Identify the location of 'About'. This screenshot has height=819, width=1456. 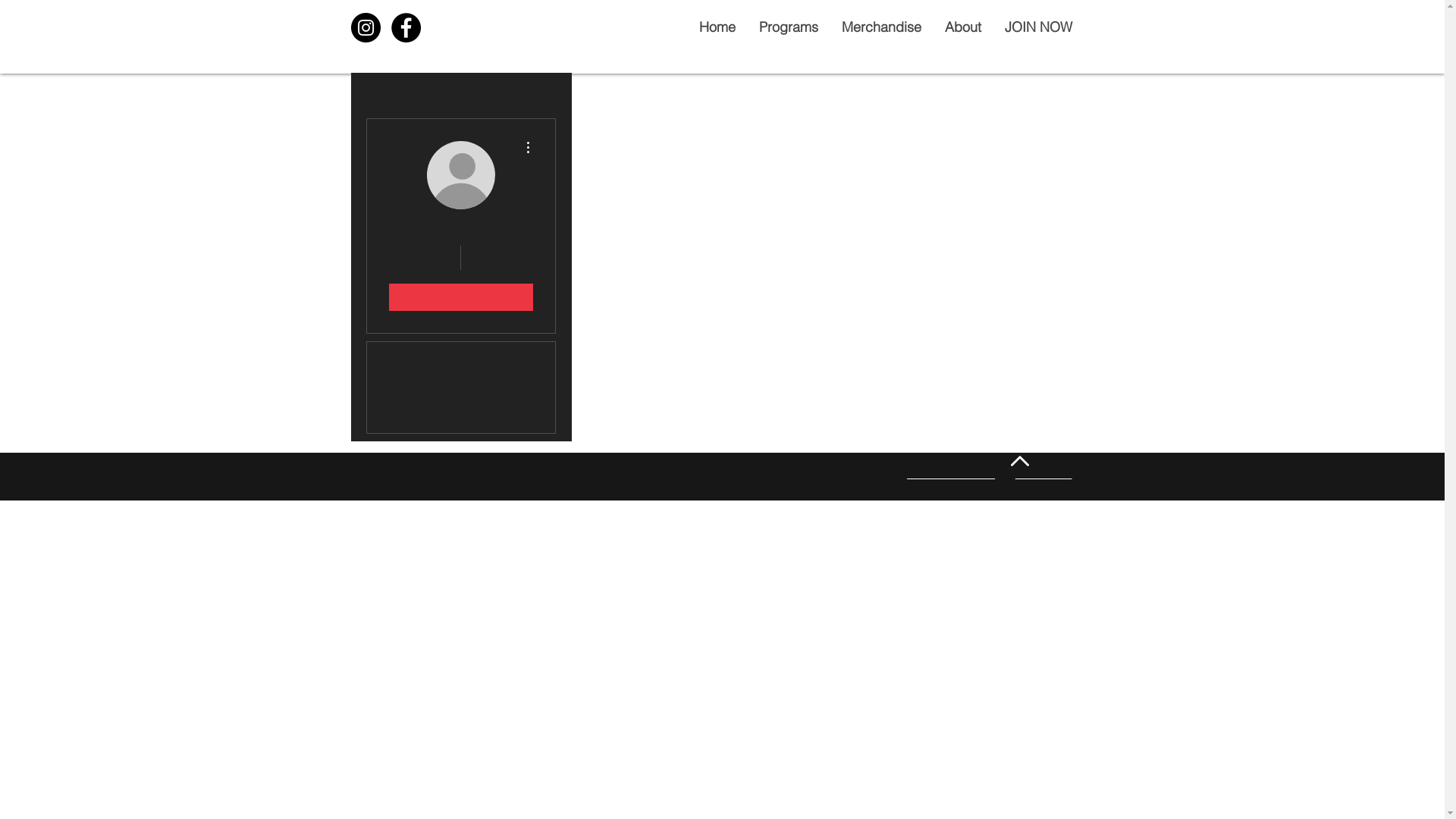
(962, 27).